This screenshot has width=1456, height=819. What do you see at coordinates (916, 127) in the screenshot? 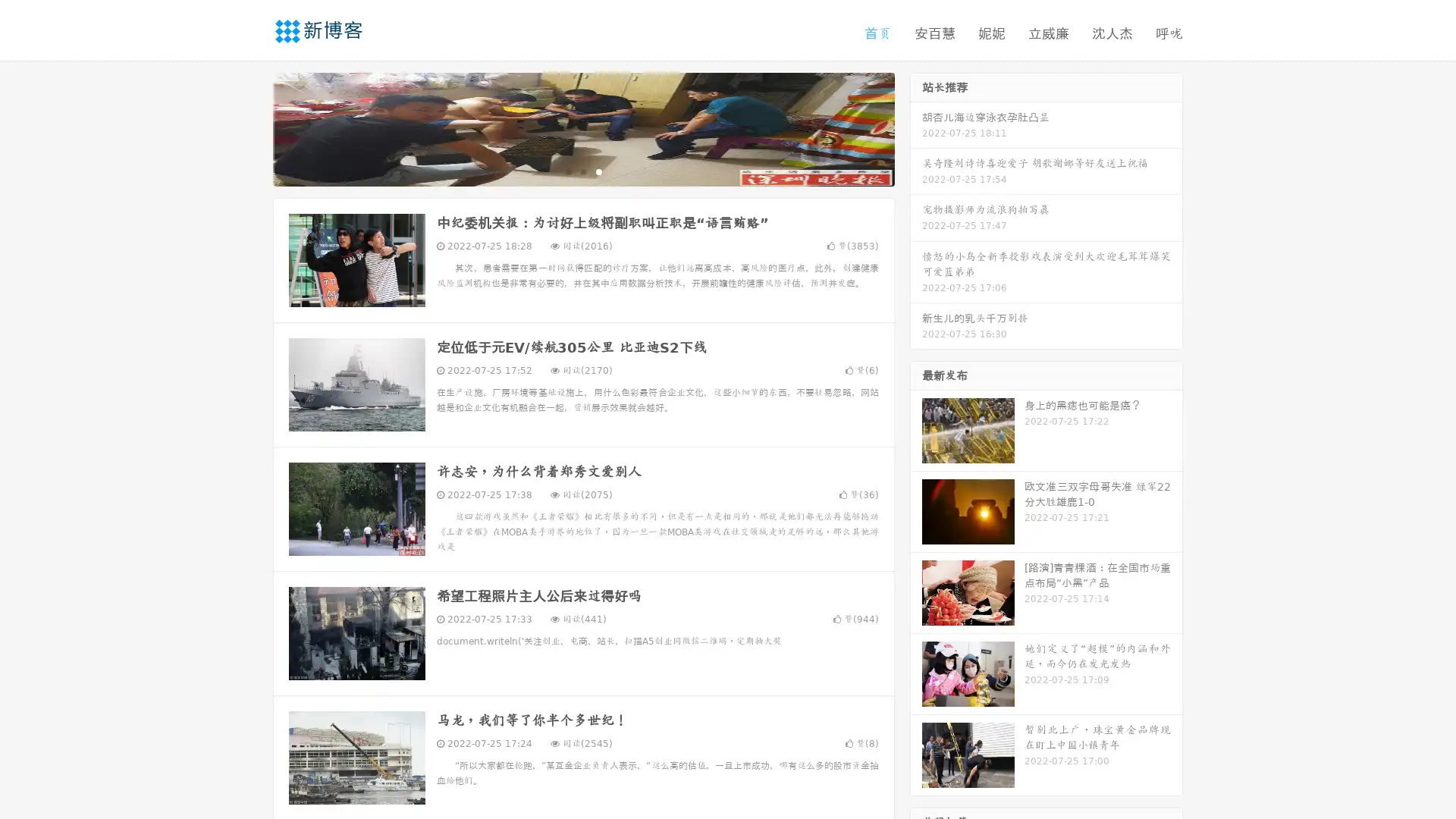
I see `Next slide` at bounding box center [916, 127].